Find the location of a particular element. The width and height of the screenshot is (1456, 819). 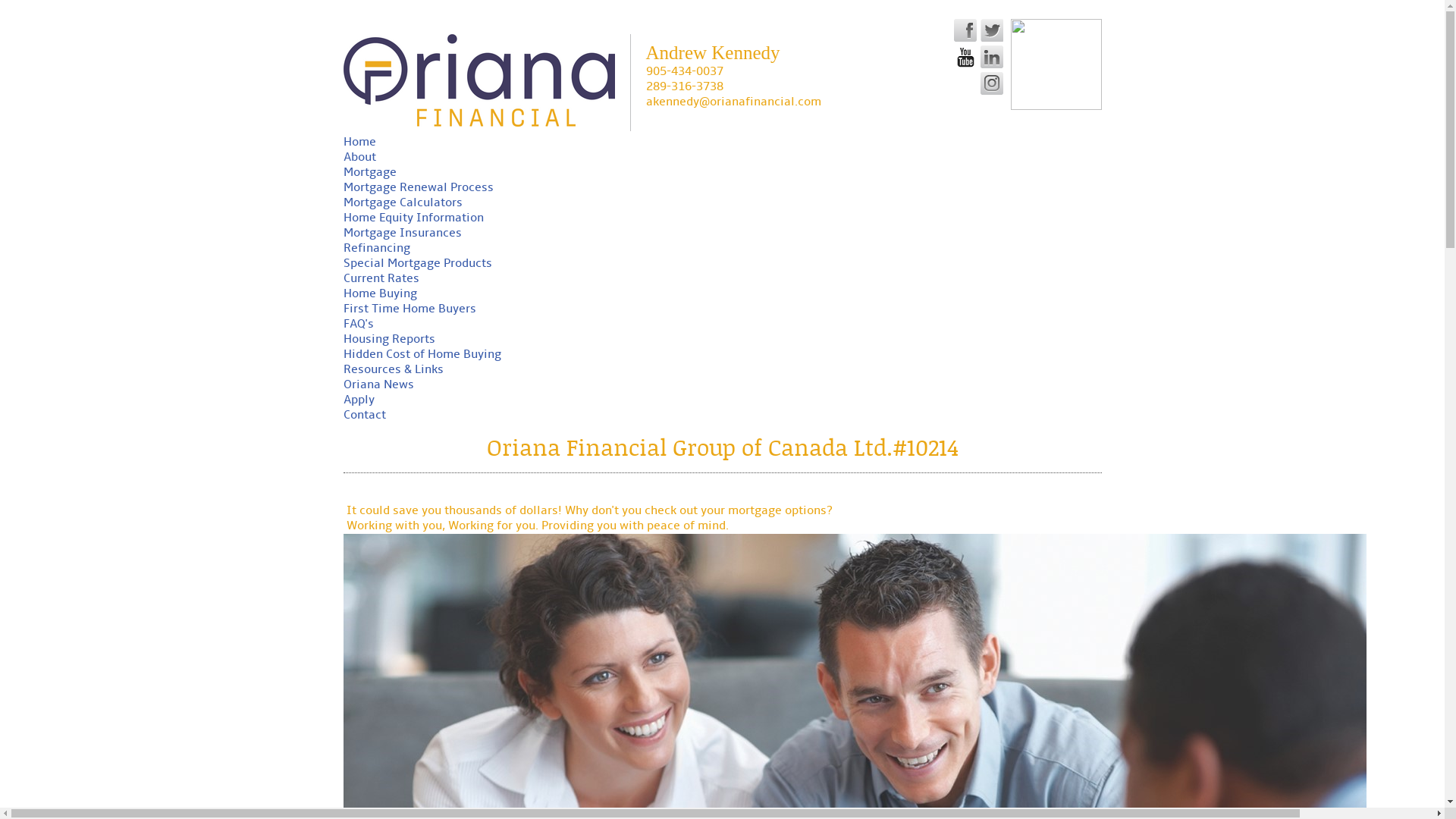

'Oriana News' is located at coordinates (378, 384).